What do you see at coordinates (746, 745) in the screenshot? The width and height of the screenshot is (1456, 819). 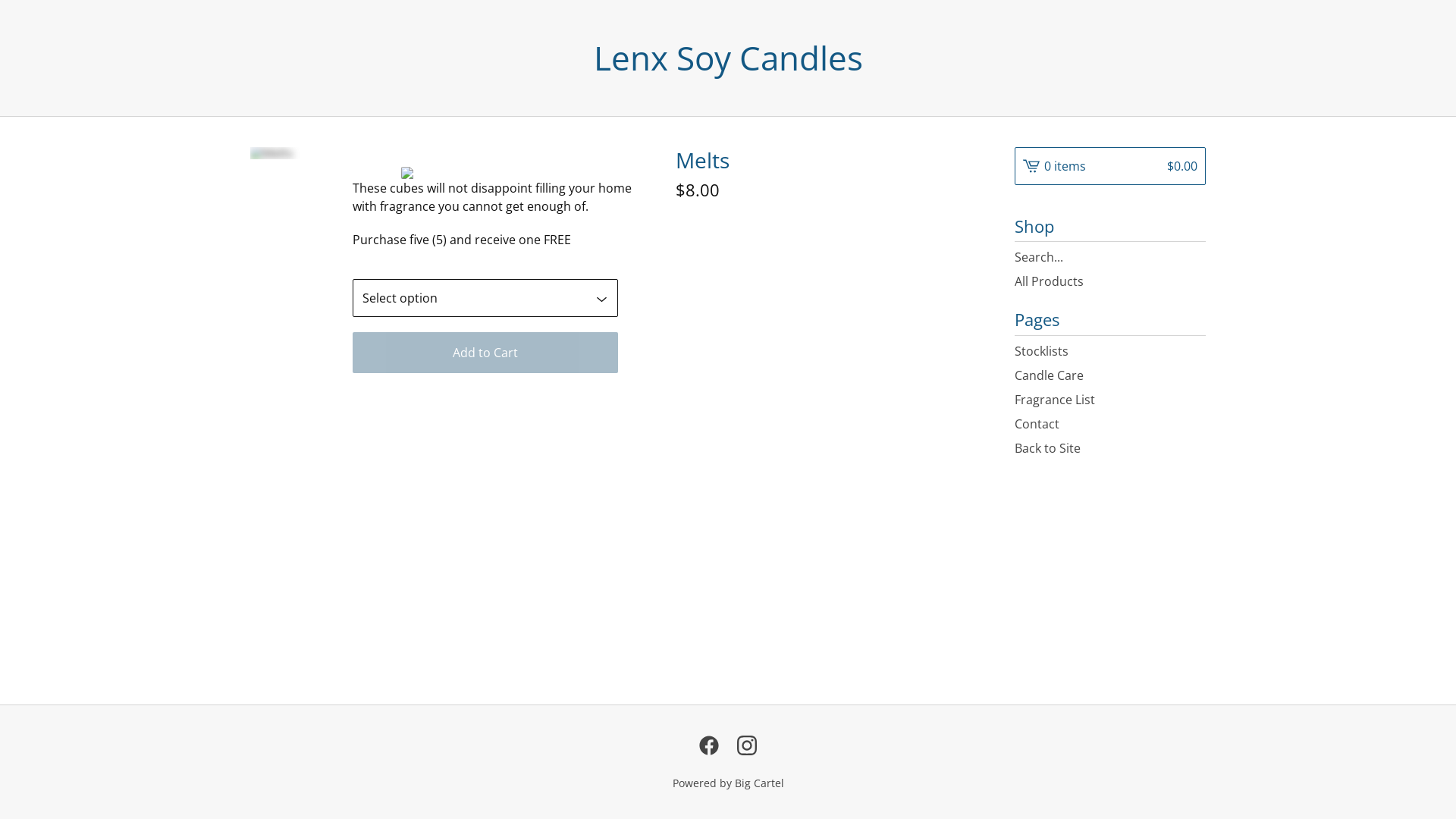 I see `'Instagram'` at bounding box center [746, 745].